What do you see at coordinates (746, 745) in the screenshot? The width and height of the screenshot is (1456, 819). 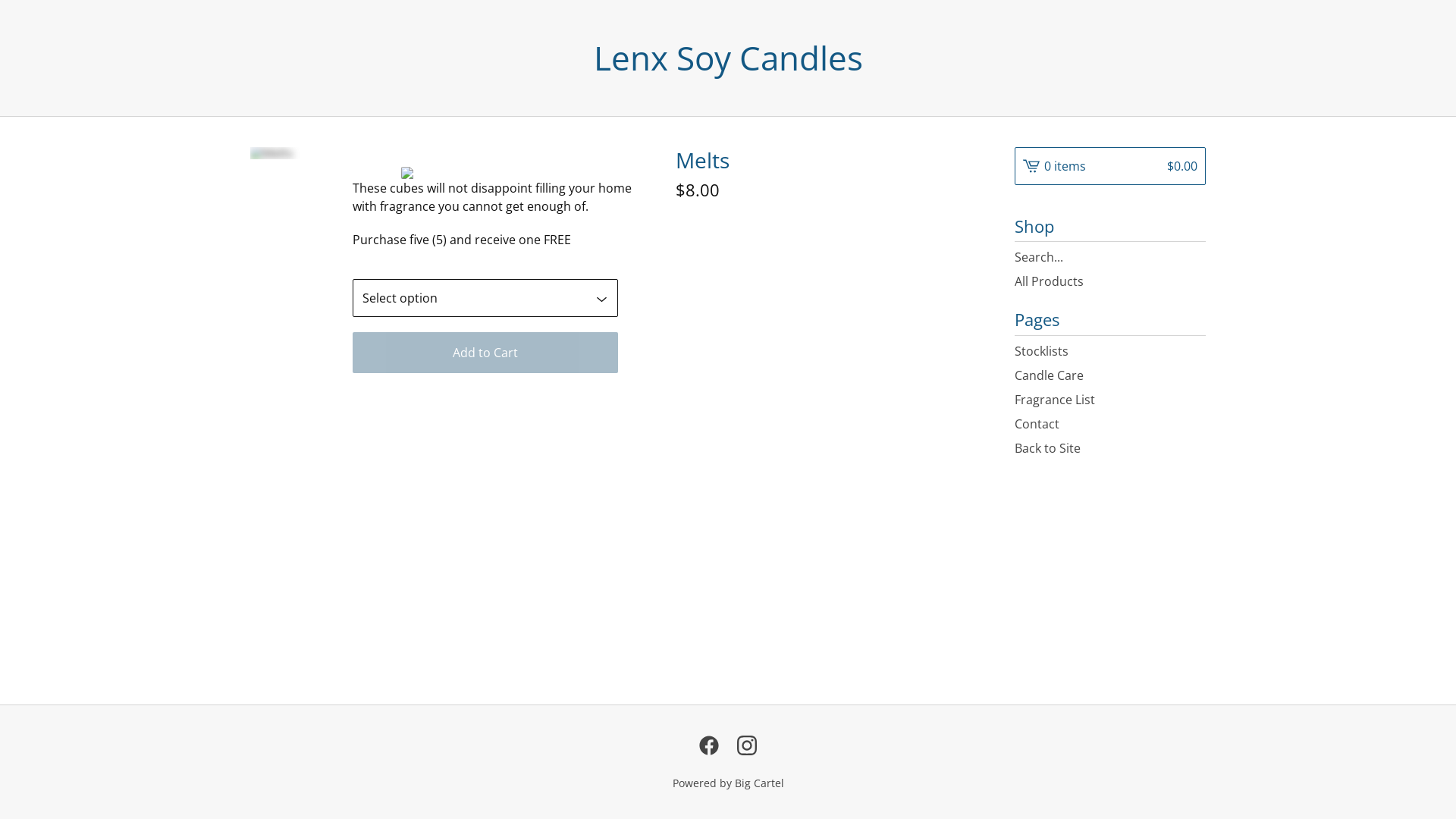 I see `'Instagram'` at bounding box center [746, 745].